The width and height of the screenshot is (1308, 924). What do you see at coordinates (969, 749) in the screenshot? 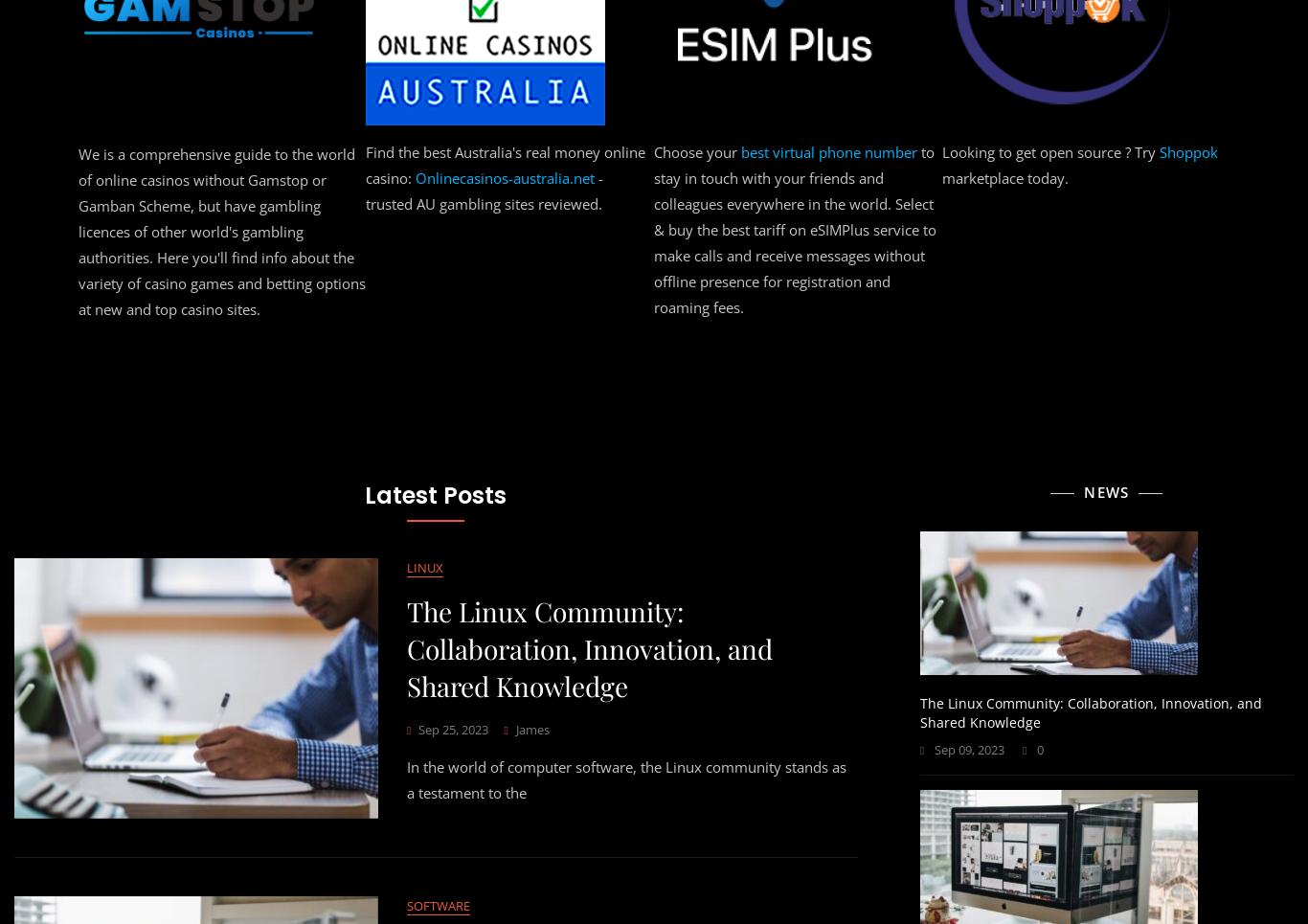
I see `'Sep 09, 2023'` at bounding box center [969, 749].